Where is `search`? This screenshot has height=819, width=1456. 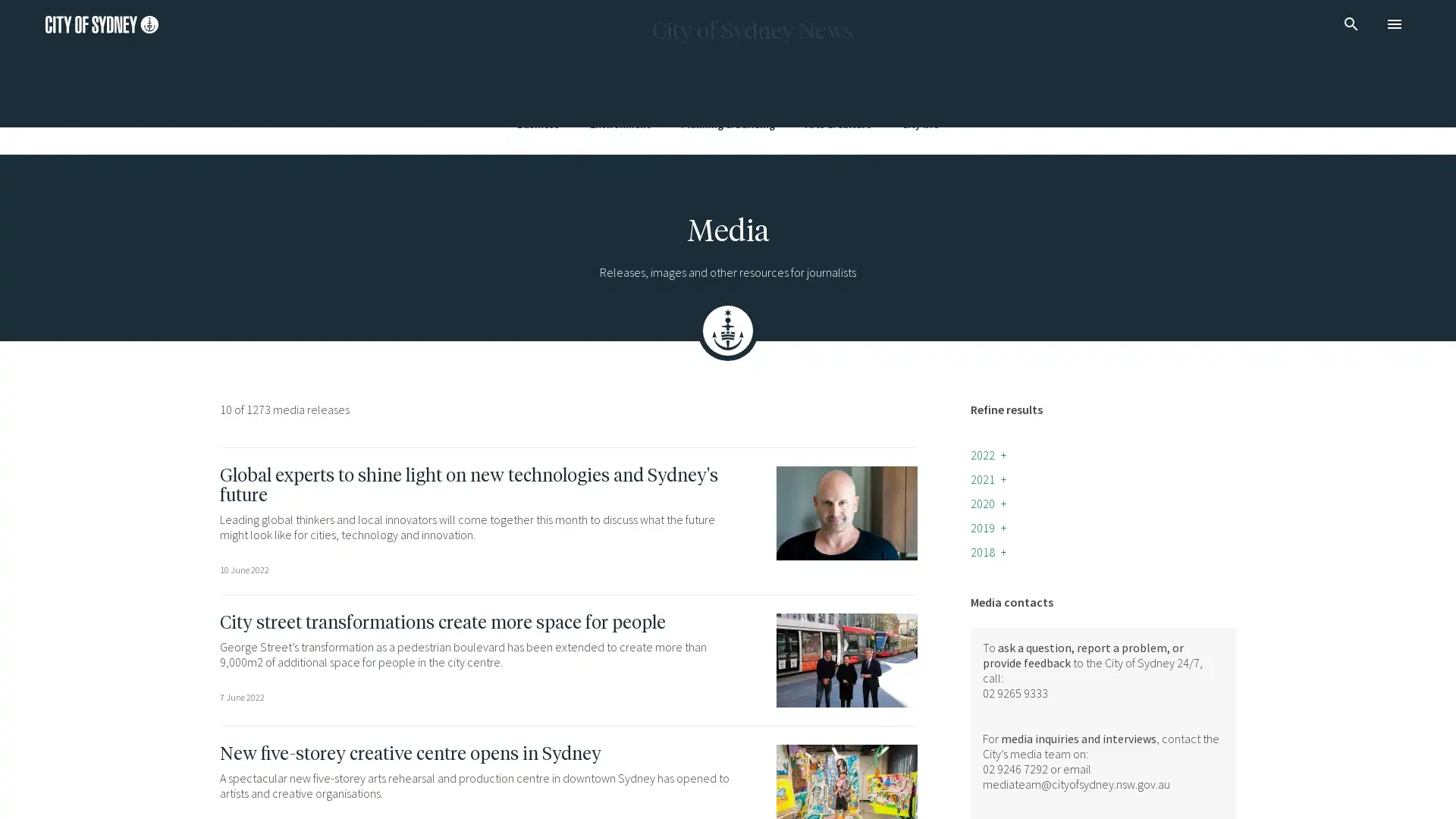
search is located at coordinates (1351, 24).